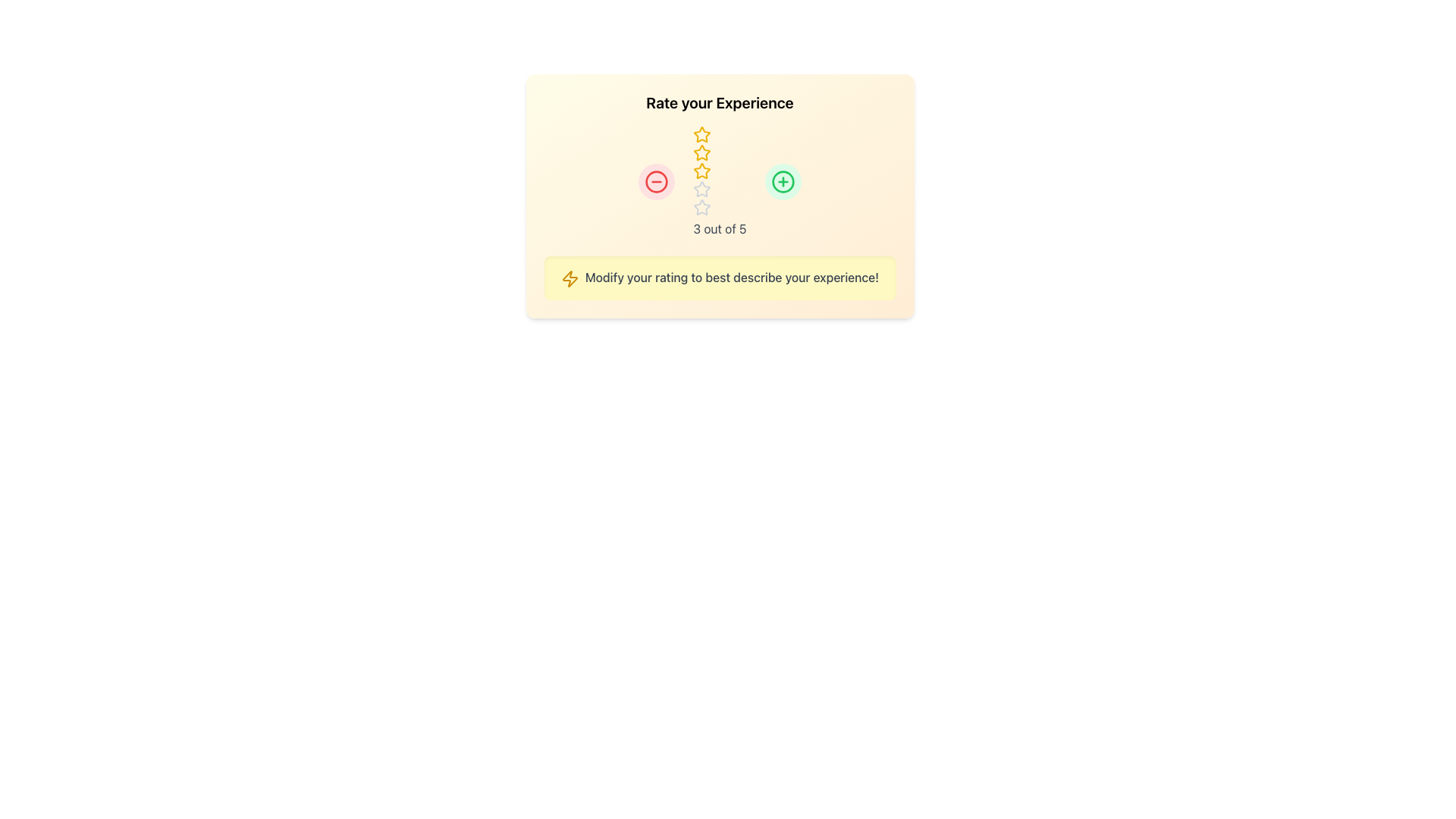 The height and width of the screenshot is (819, 1456). Describe the element at coordinates (719, 195) in the screenshot. I see `the interactive rating stars in the information card located at the upper-middle region of the interface` at that location.